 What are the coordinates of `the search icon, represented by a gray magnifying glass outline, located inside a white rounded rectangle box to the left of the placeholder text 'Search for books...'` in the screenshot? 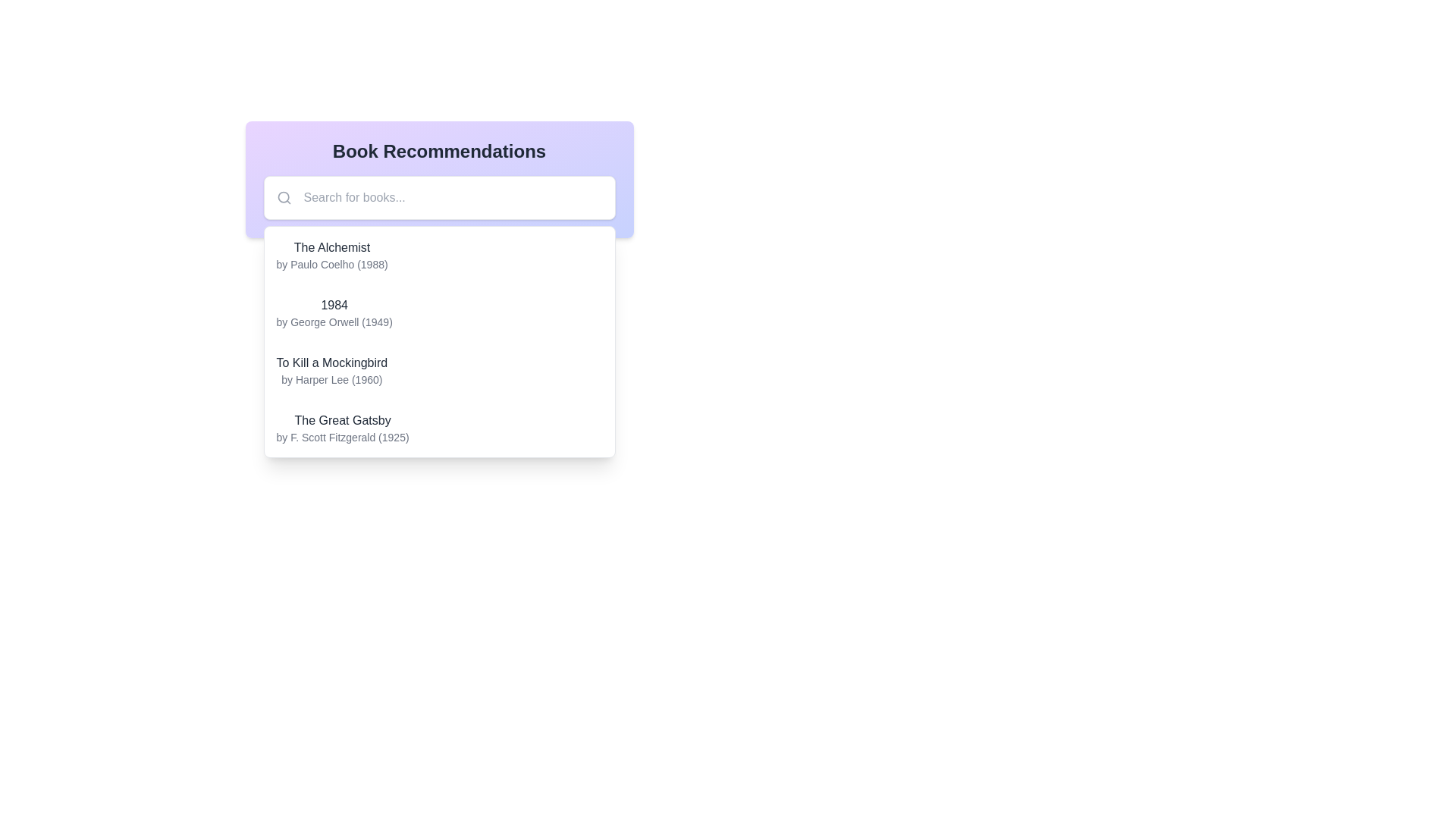 It's located at (284, 197).